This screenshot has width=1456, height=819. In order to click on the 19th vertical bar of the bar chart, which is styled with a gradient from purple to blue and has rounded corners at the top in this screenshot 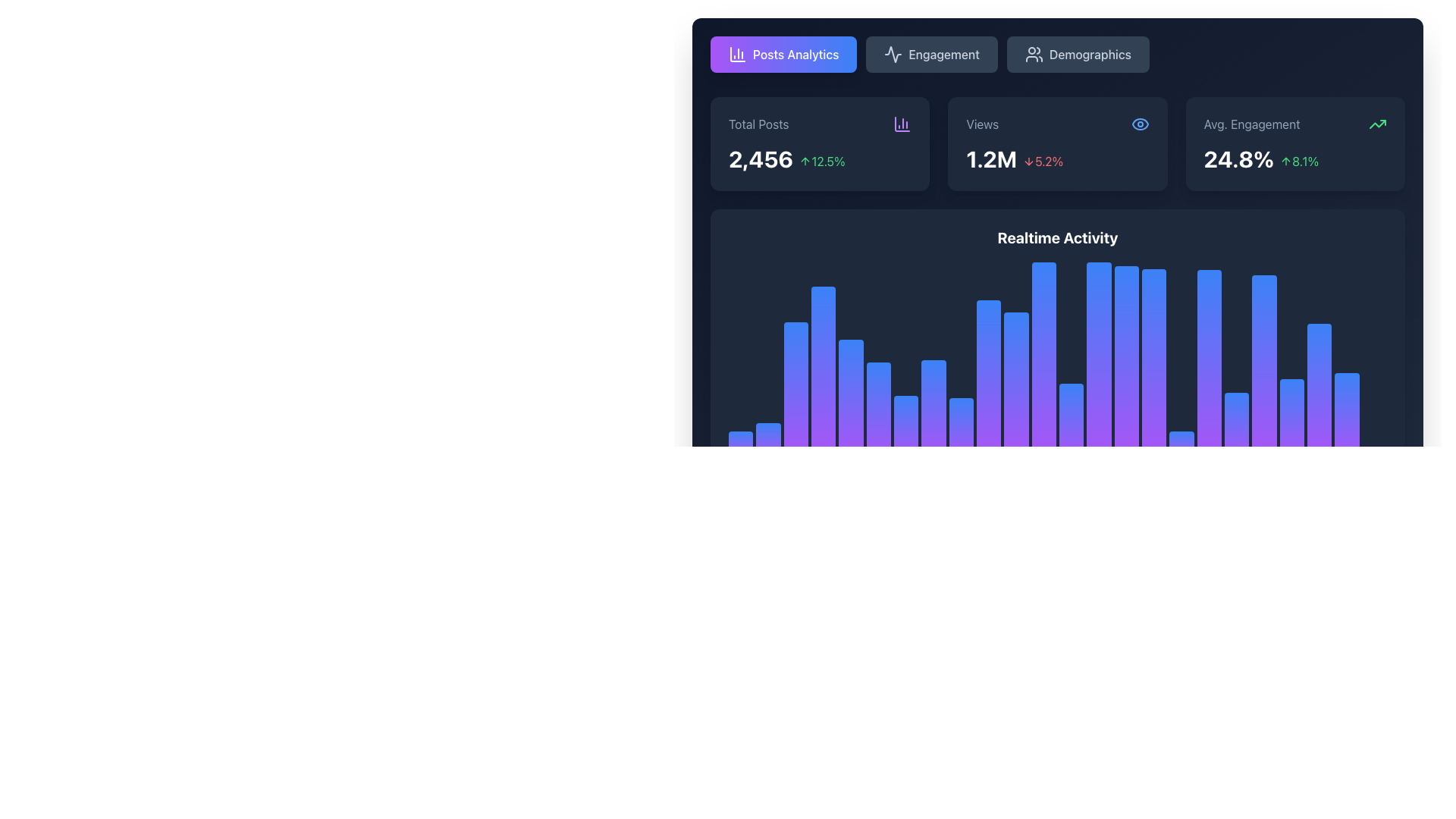, I will do `click(1237, 376)`.